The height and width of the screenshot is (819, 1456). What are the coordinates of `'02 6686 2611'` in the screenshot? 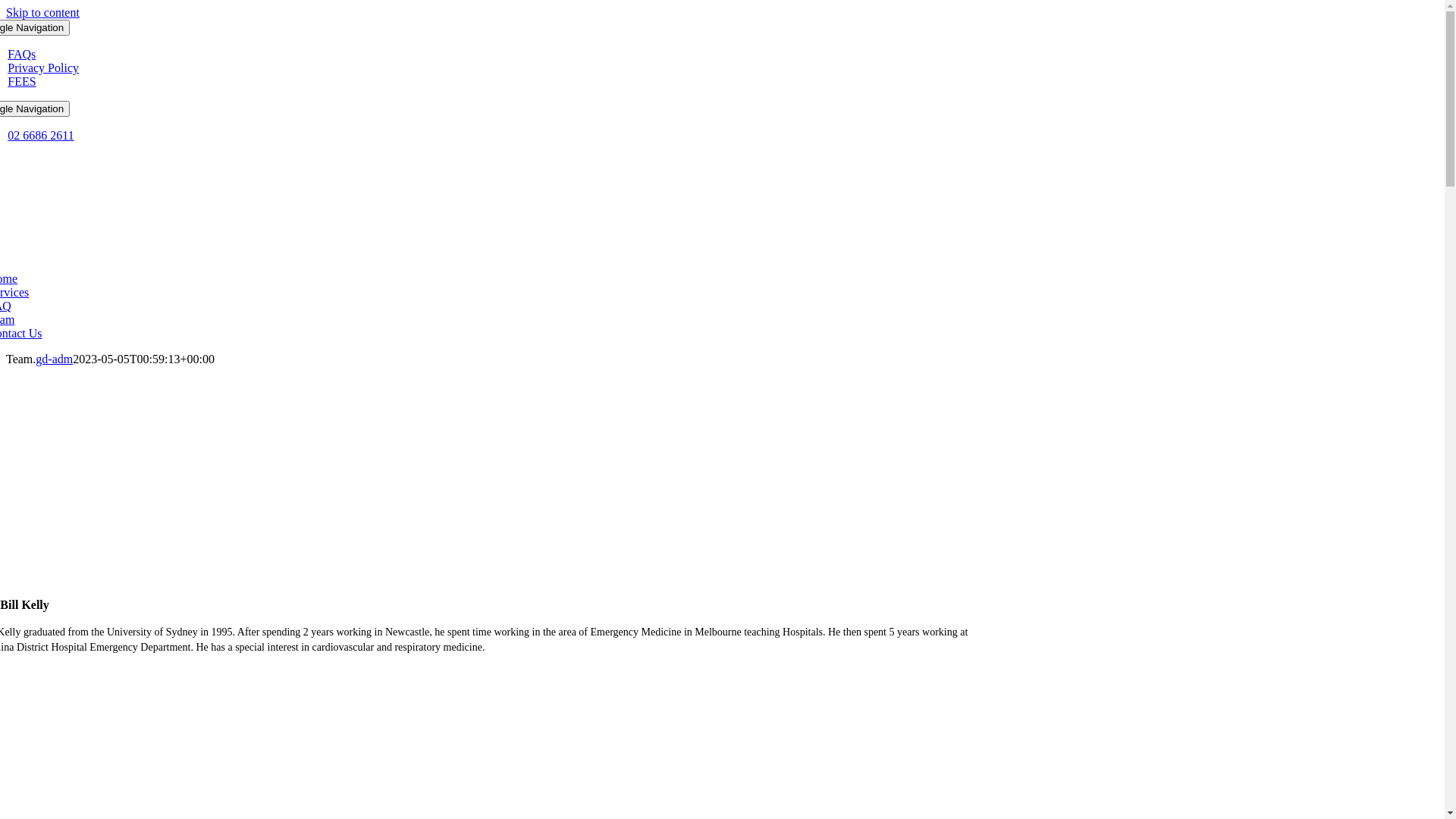 It's located at (40, 134).